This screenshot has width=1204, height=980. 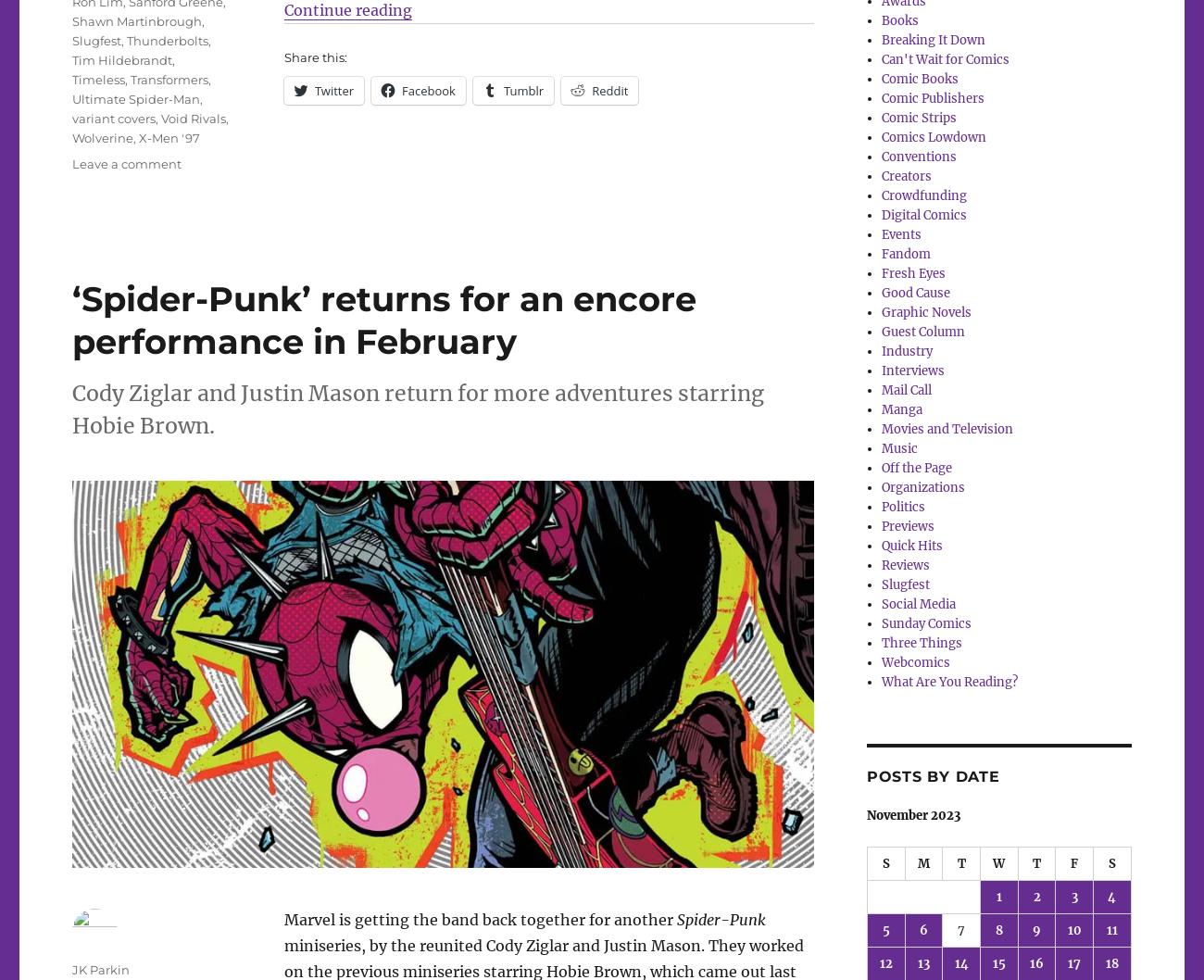 I want to click on 'variant covers', so click(x=112, y=116).